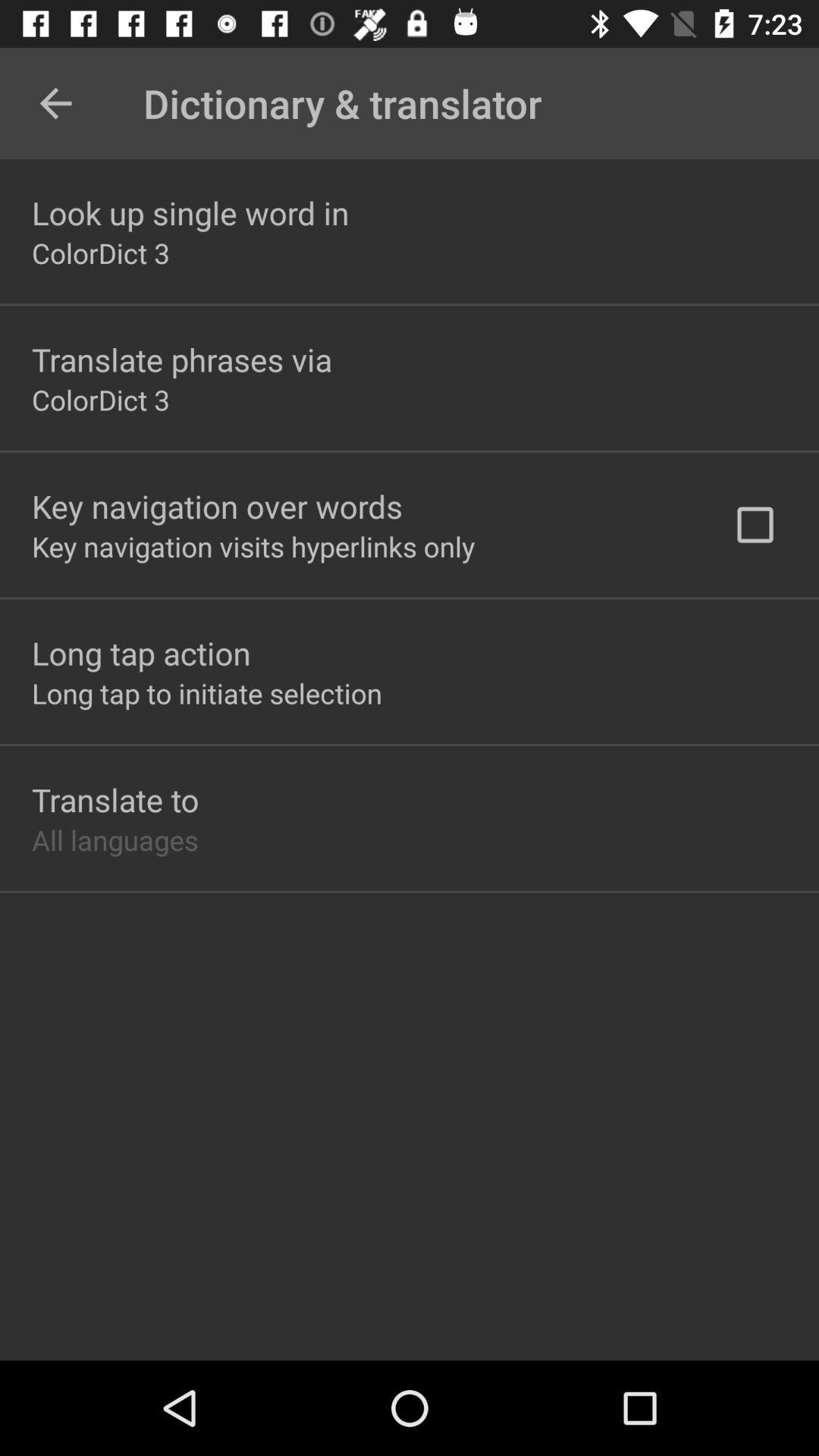 The width and height of the screenshot is (819, 1456). Describe the element at coordinates (115, 799) in the screenshot. I see `icon above the all languages item` at that location.